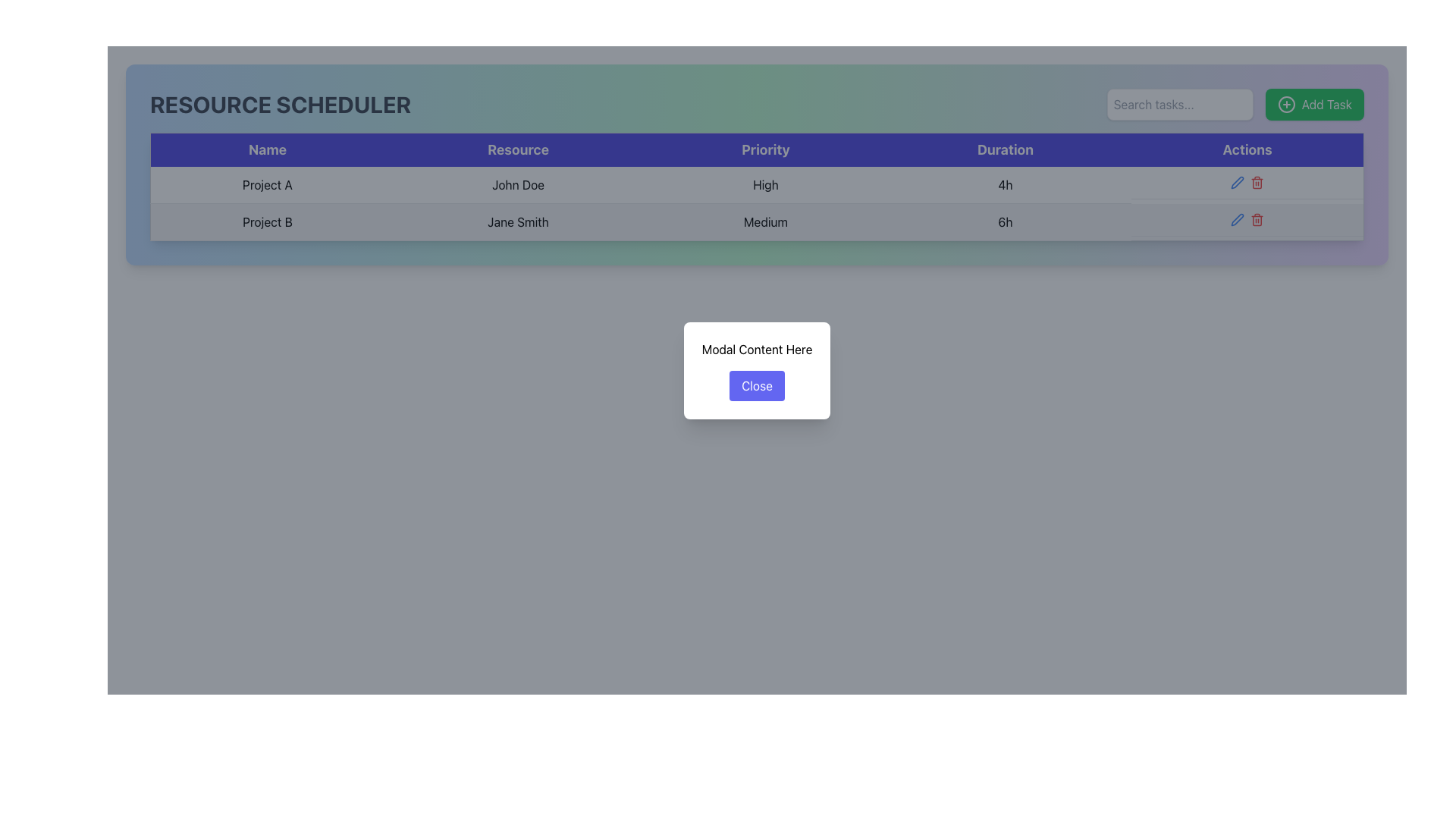 This screenshot has width=1456, height=819. What do you see at coordinates (757, 370) in the screenshot?
I see `the 'Close' button on the modal window that presents information and has a semi-transparent gray background` at bounding box center [757, 370].